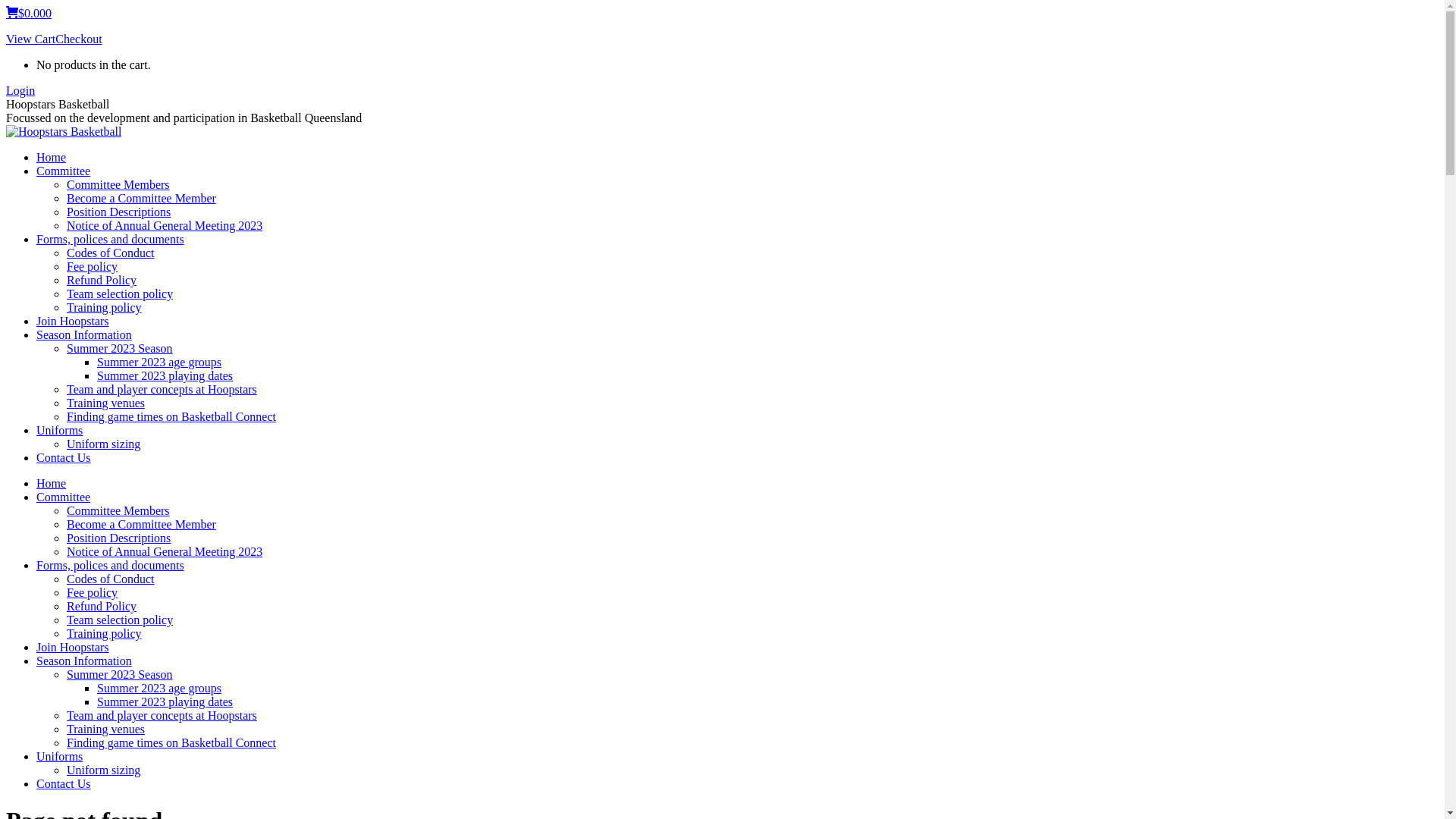 Image resolution: width=1456 pixels, height=819 pixels. What do you see at coordinates (119, 673) in the screenshot?
I see `'Summer 2023 Season'` at bounding box center [119, 673].